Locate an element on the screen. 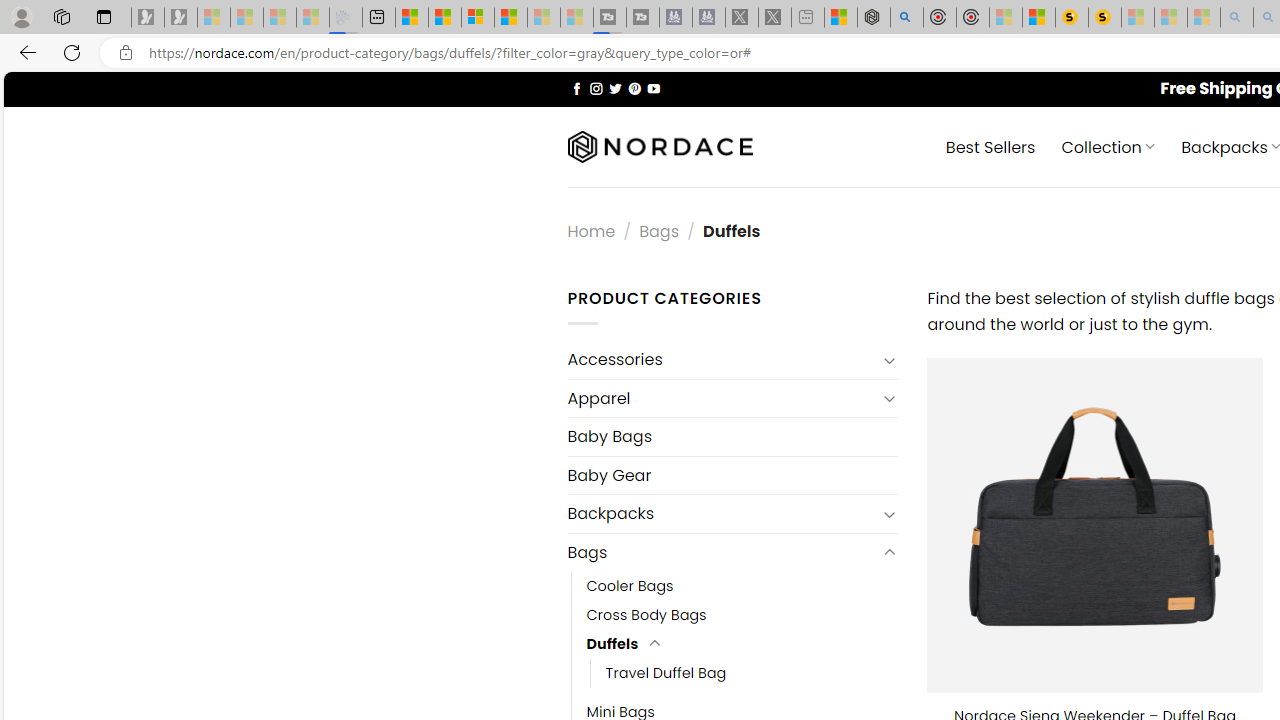 The image size is (1280, 720). 'Cooler Bags' is located at coordinates (629, 585).